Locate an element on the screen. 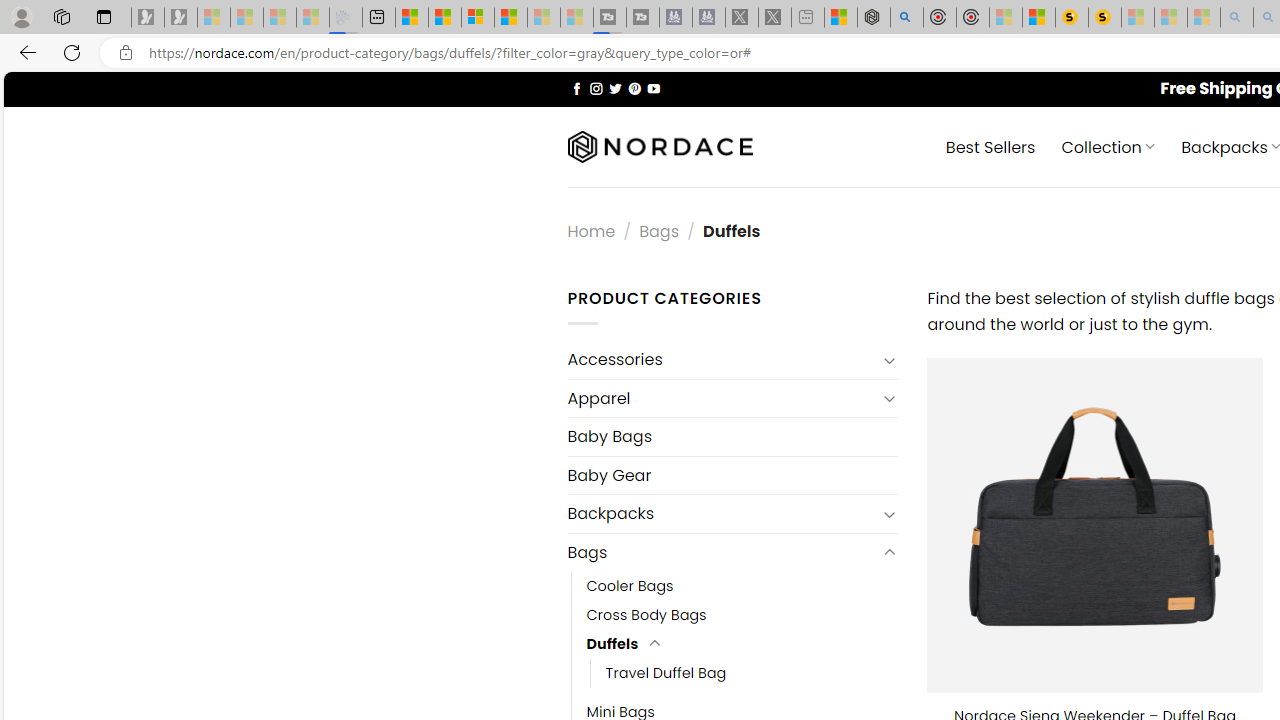 The image size is (1280, 720). 'Cooler Bags' is located at coordinates (629, 585).